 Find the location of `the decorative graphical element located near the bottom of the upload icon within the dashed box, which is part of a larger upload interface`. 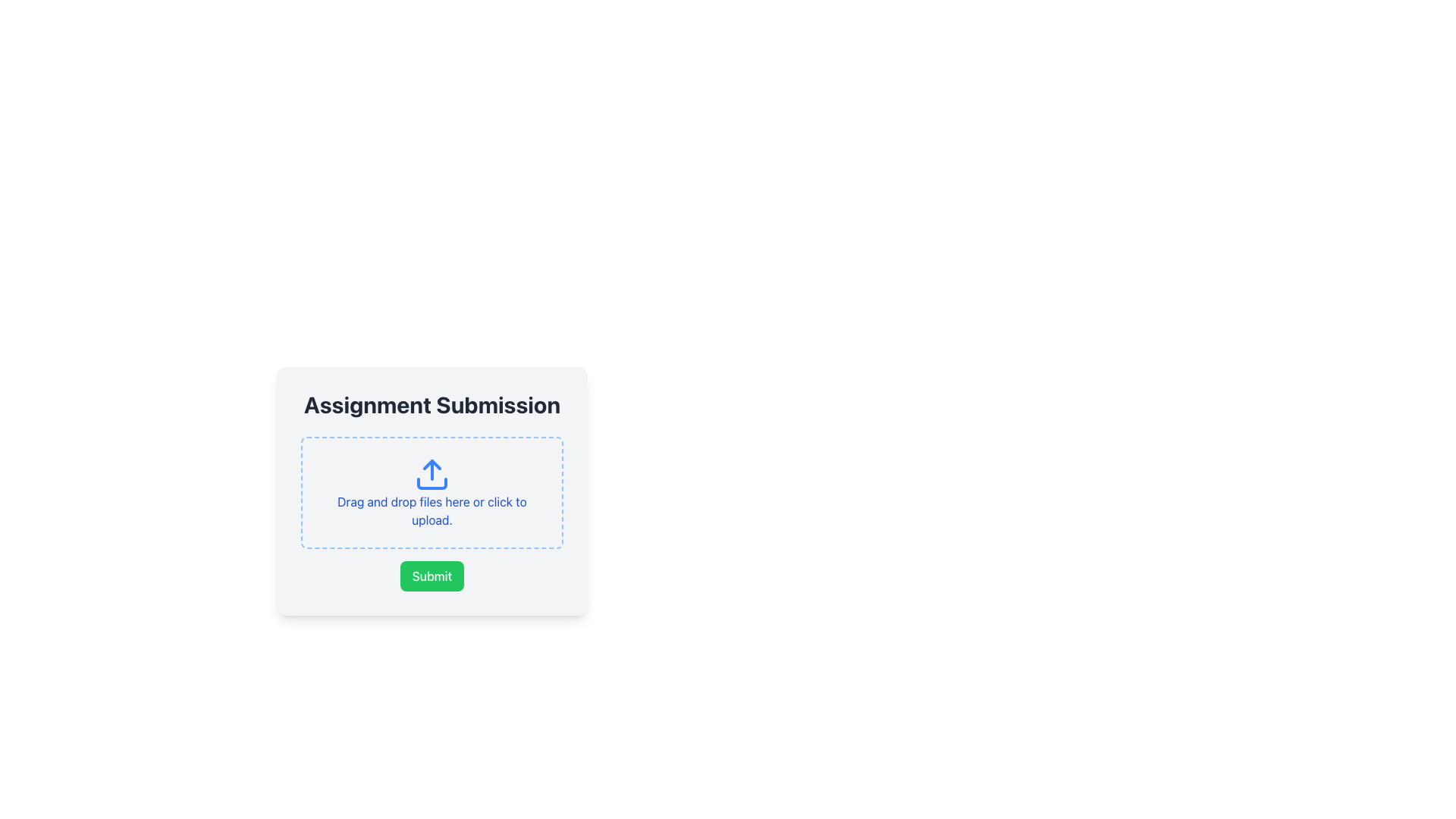

the decorative graphical element located near the bottom of the upload icon within the dashed box, which is part of a larger upload interface is located at coordinates (431, 483).